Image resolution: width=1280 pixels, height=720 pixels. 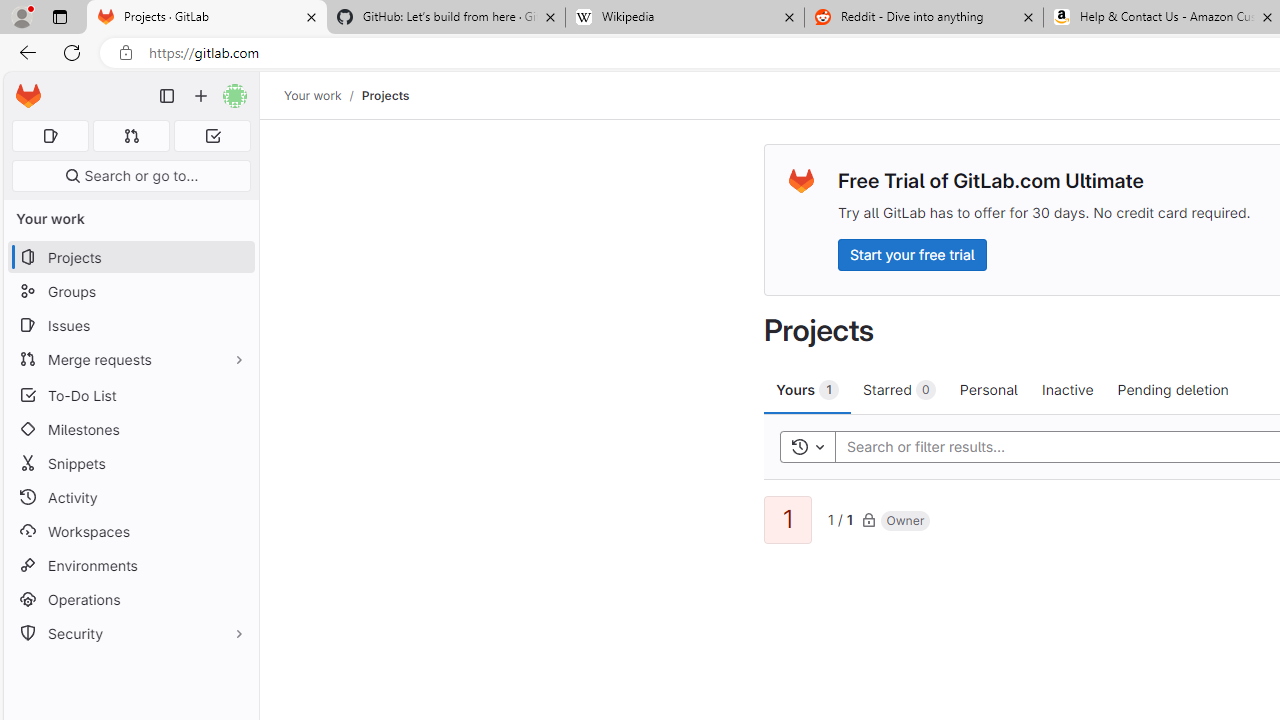 What do you see at coordinates (130, 428) in the screenshot?
I see `'Milestones'` at bounding box center [130, 428].